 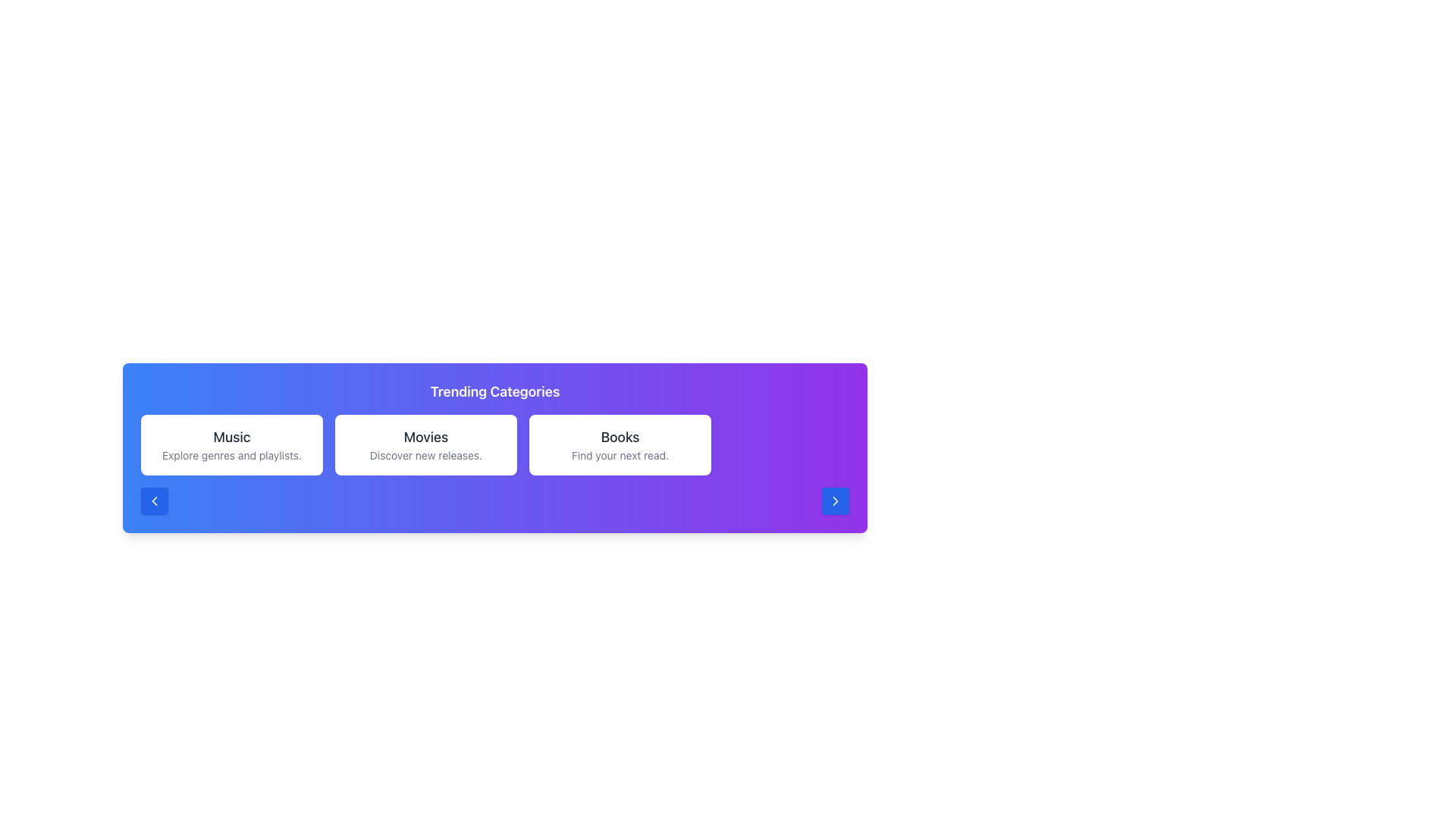 I want to click on the 'Back' button located at the bottom-left corner of the gradient box, so click(x=154, y=500).